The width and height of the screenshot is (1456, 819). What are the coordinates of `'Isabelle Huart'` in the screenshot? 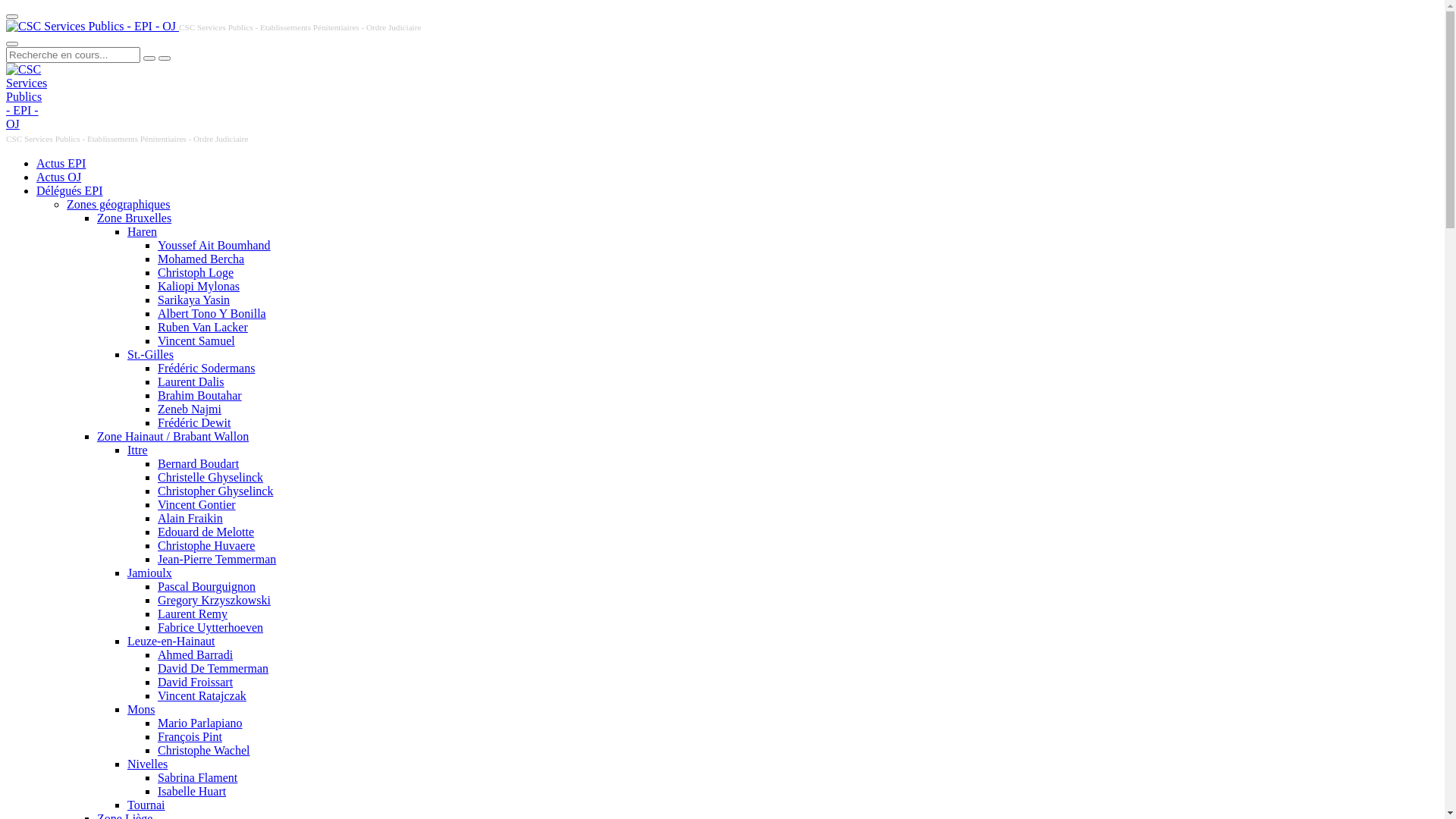 It's located at (157, 790).